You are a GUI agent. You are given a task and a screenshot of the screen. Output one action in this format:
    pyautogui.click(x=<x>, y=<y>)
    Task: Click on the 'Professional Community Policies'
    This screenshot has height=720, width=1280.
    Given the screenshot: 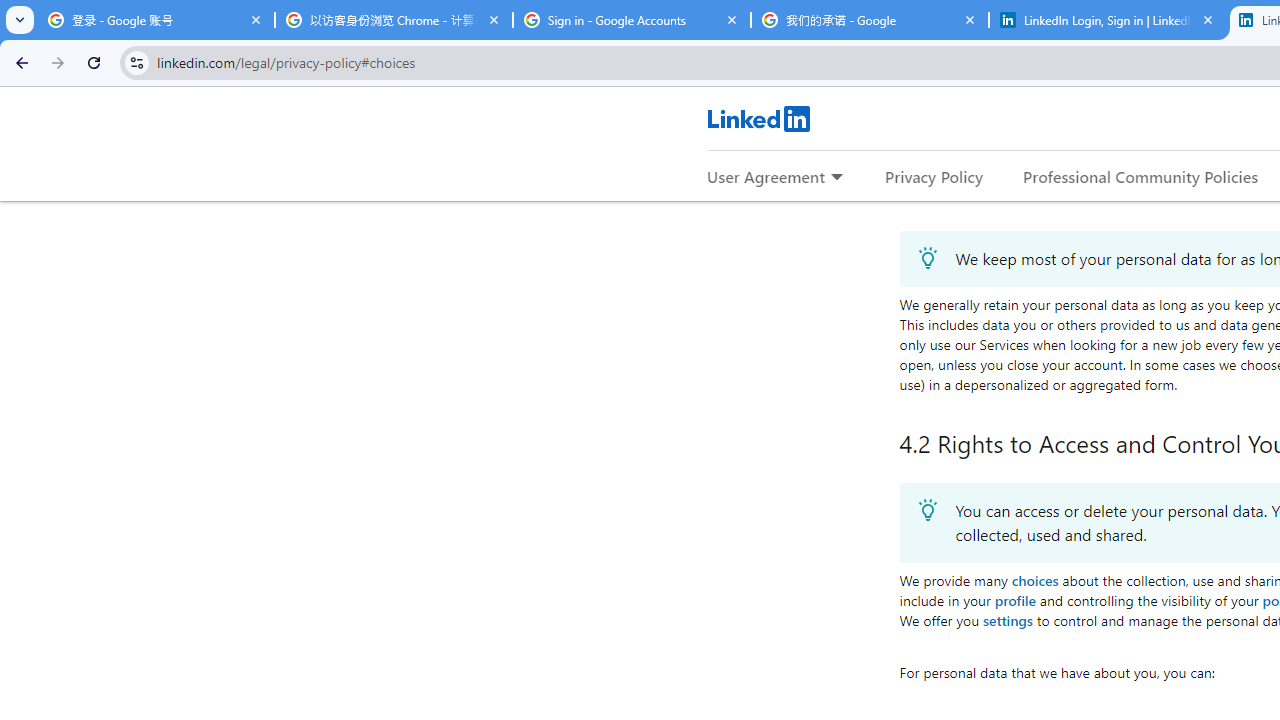 What is the action you would take?
    pyautogui.click(x=1141, y=175)
    